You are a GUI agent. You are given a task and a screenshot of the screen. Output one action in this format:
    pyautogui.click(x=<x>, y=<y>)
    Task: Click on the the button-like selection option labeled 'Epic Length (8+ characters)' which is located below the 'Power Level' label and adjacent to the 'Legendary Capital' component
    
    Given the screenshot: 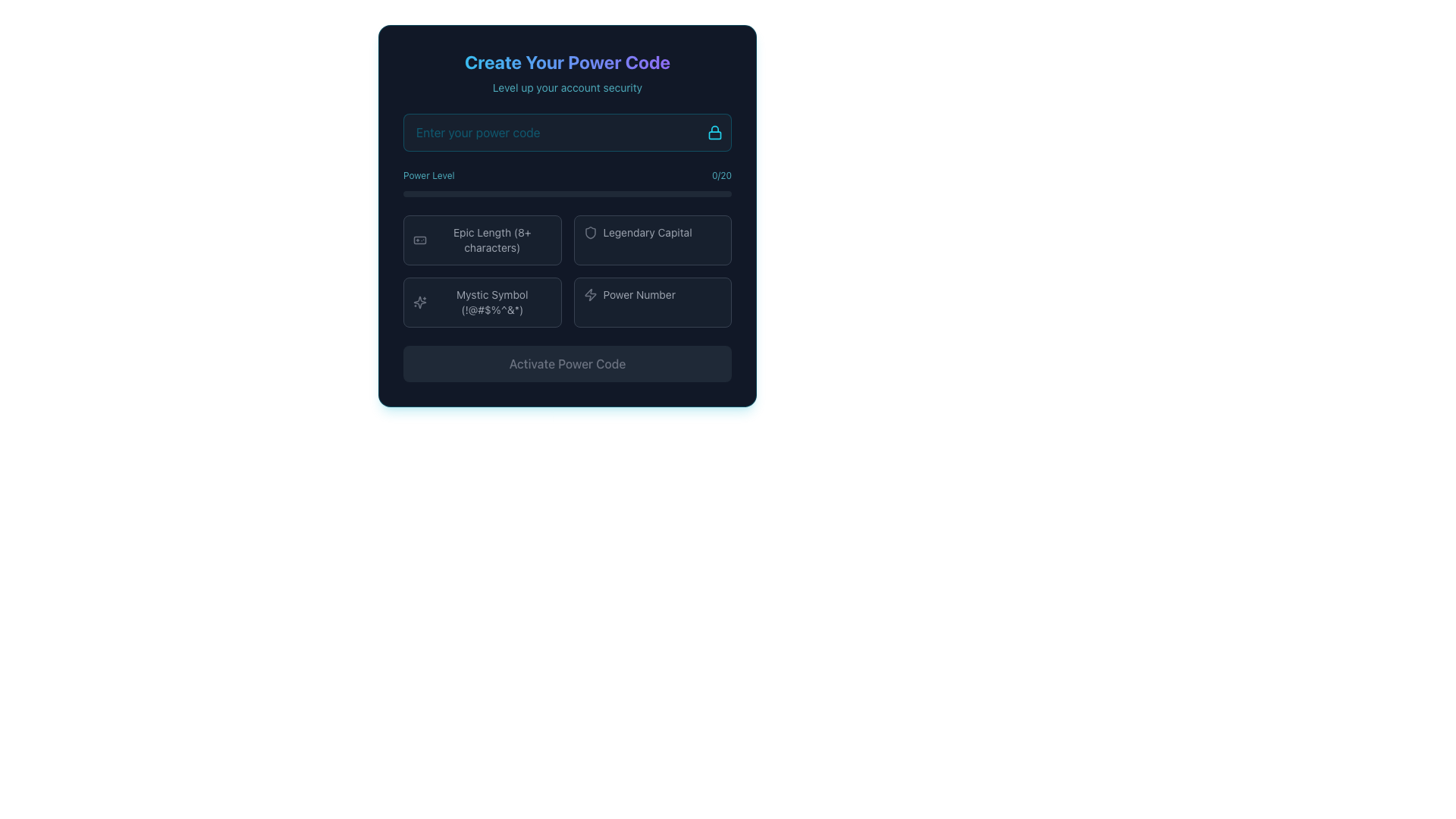 What is the action you would take?
    pyautogui.click(x=482, y=239)
    